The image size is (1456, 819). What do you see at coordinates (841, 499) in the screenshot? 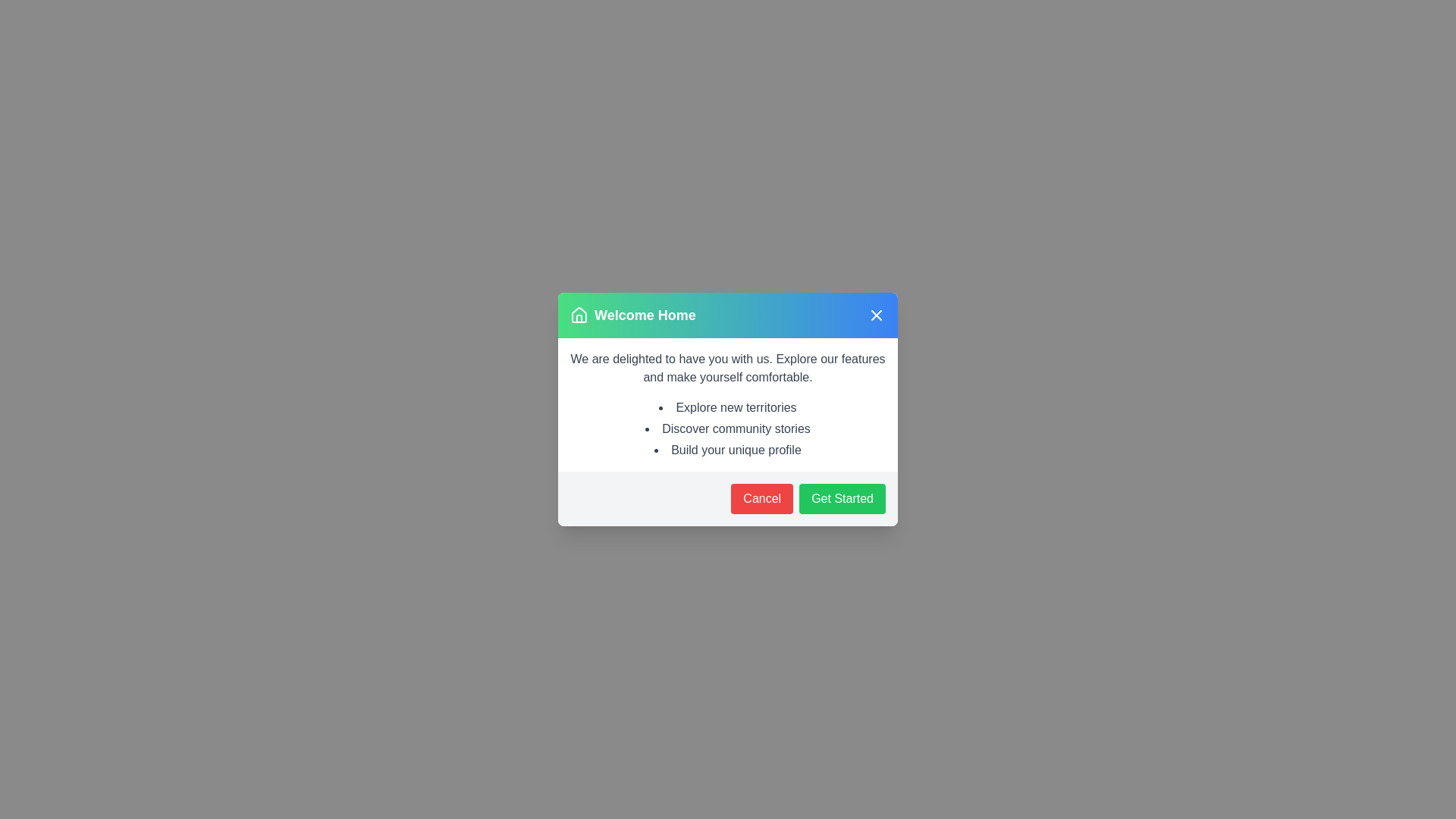
I see `the 'Get Started' button to proceed` at bounding box center [841, 499].